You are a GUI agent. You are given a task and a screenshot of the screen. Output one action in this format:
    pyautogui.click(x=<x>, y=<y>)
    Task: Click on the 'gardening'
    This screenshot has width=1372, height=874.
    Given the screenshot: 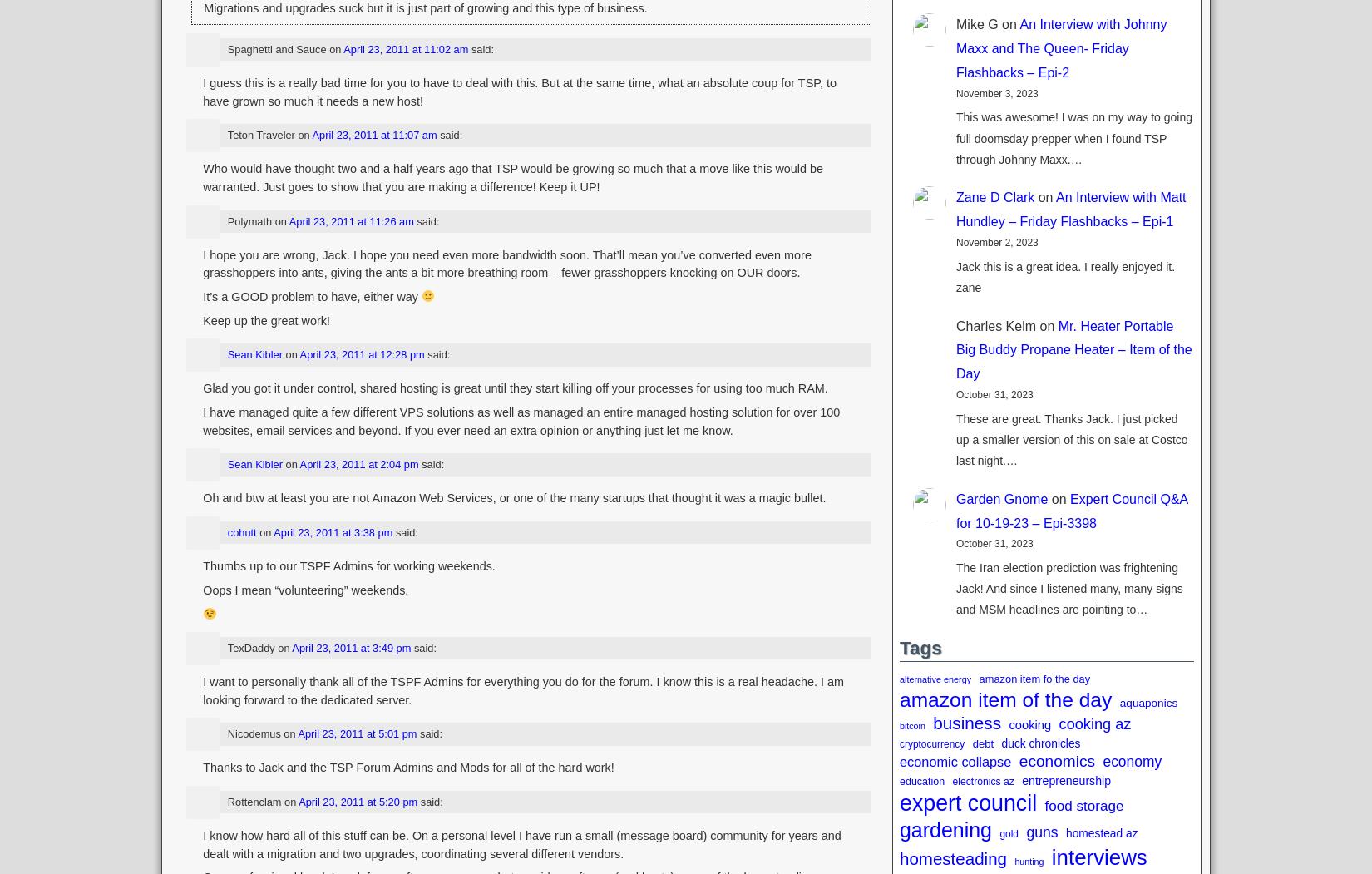 What is the action you would take?
    pyautogui.click(x=945, y=830)
    